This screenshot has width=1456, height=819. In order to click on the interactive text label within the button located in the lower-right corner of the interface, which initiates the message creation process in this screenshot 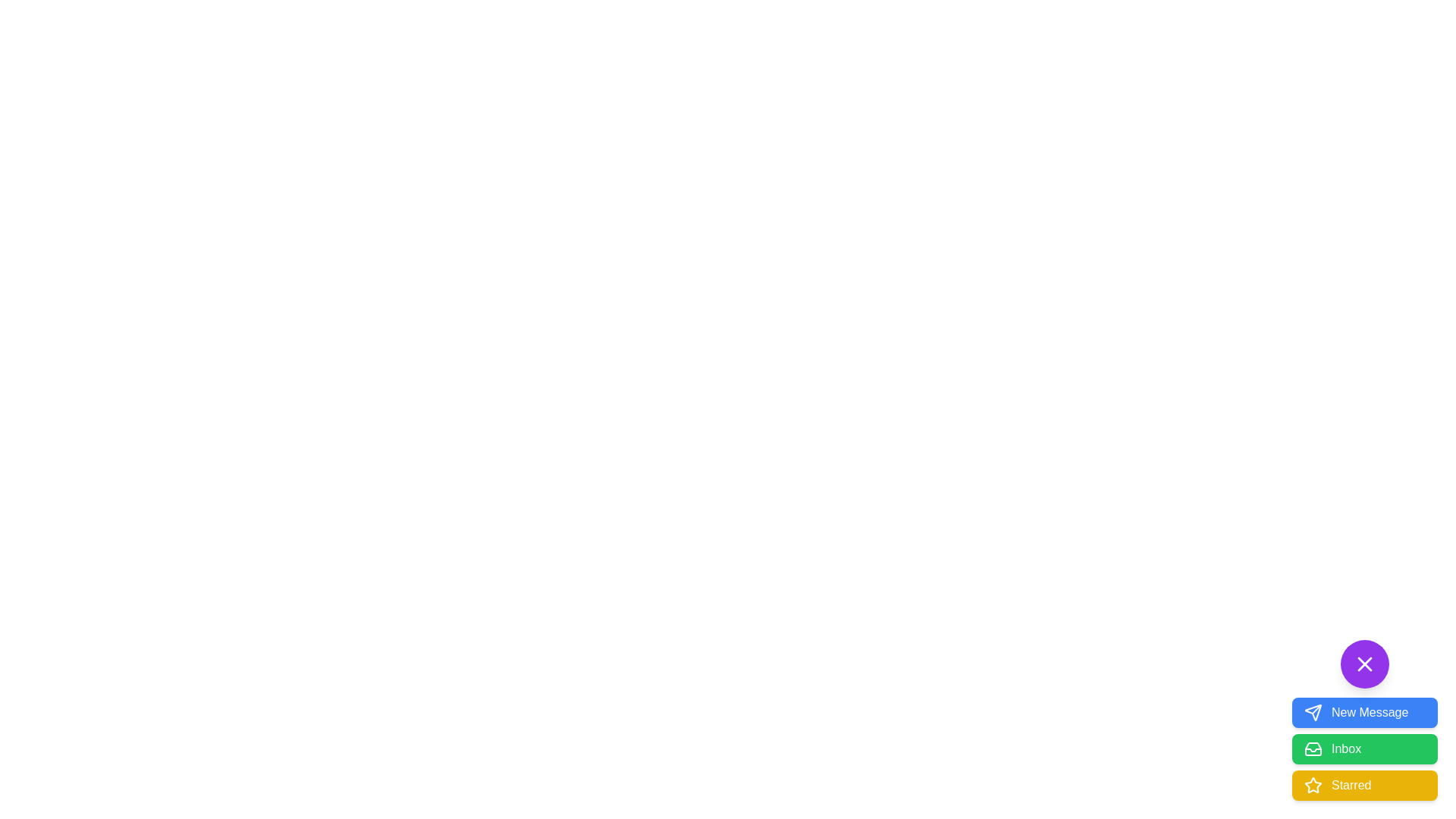, I will do `click(1370, 713)`.